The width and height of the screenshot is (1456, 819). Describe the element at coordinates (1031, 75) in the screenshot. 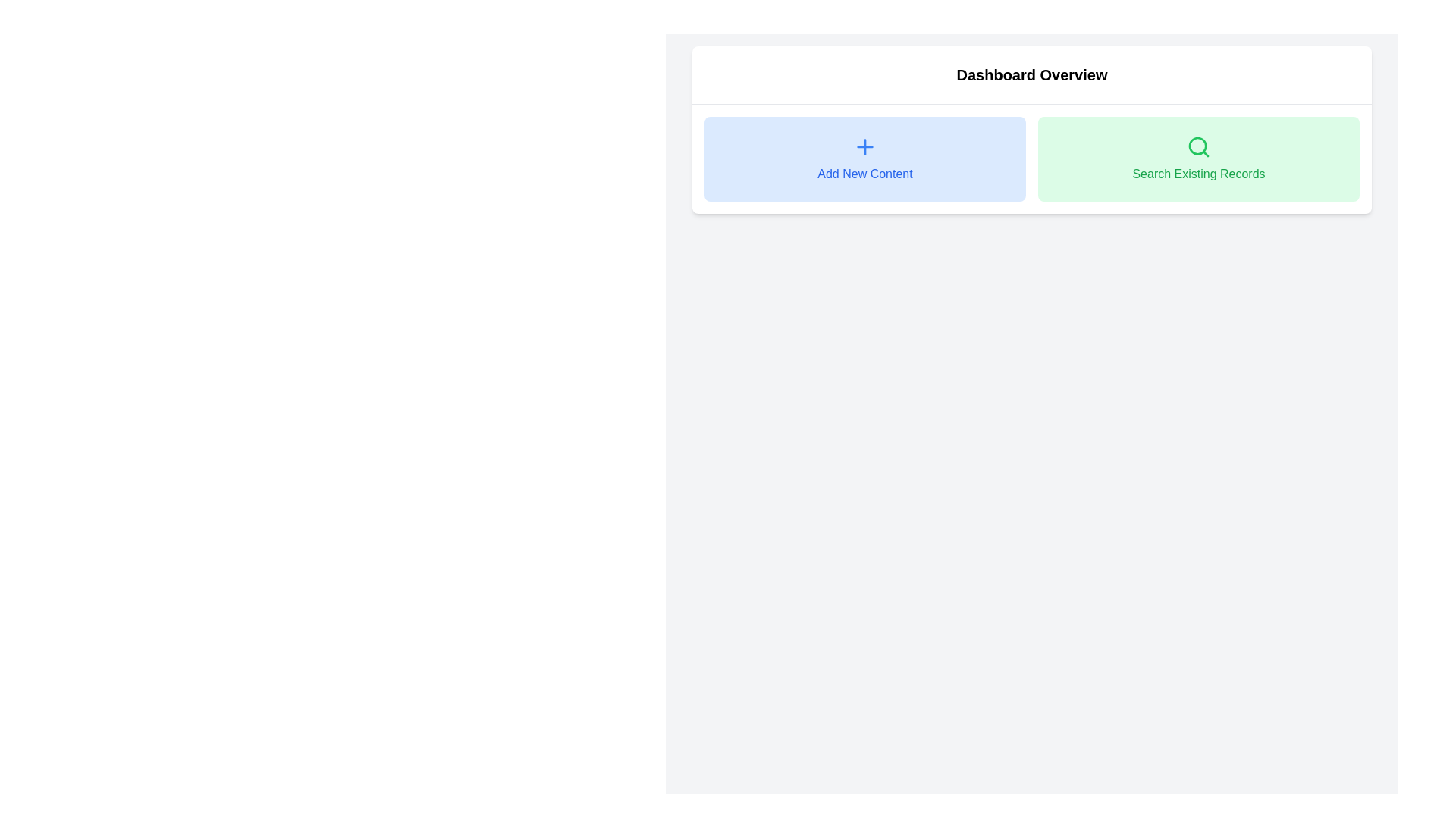

I see `the Header Text element located at the top-center of the dashboard interface, which serves as the title indicating the content below` at that location.